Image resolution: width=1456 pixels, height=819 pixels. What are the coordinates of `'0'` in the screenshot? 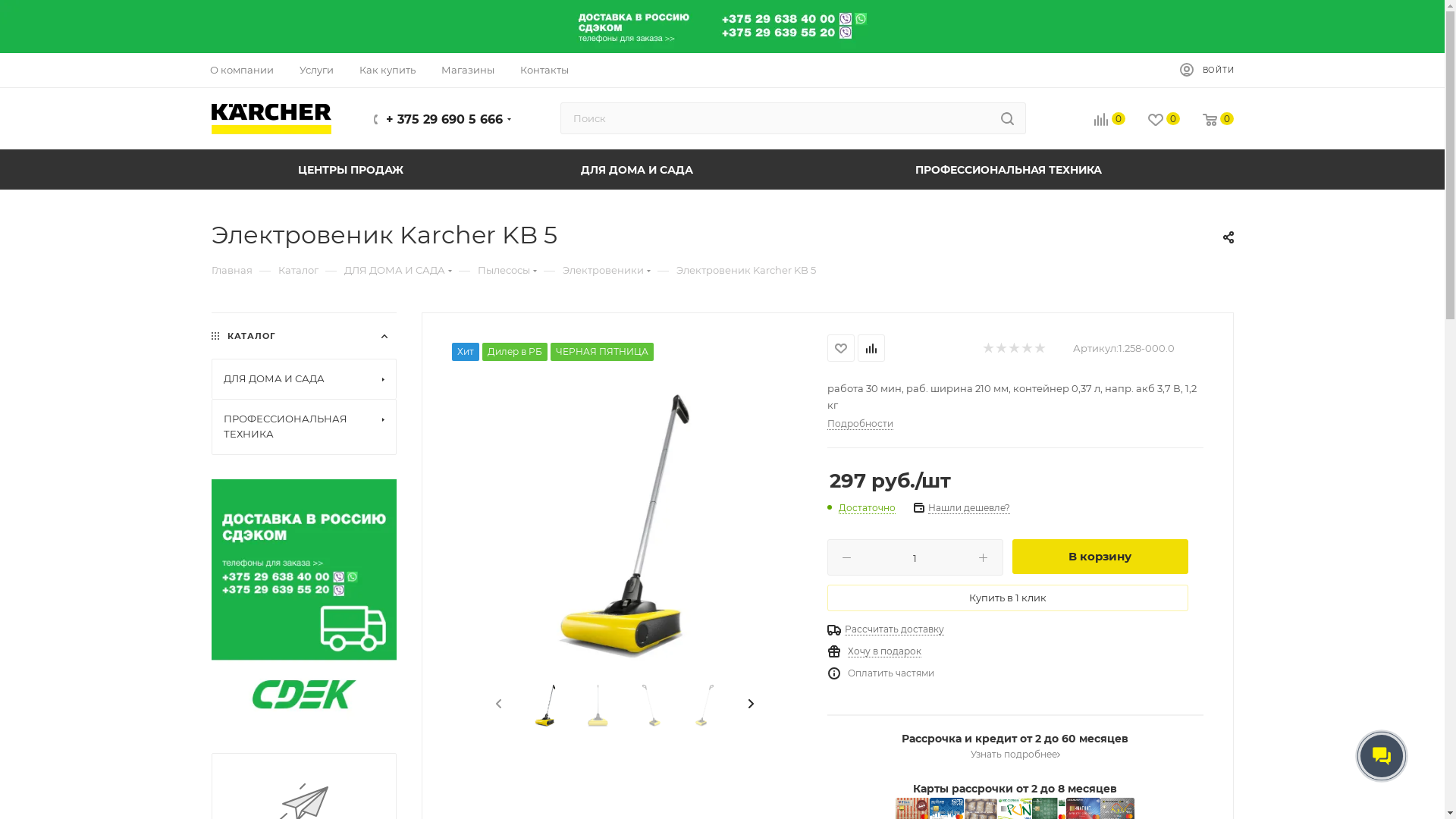 It's located at (1206, 119).